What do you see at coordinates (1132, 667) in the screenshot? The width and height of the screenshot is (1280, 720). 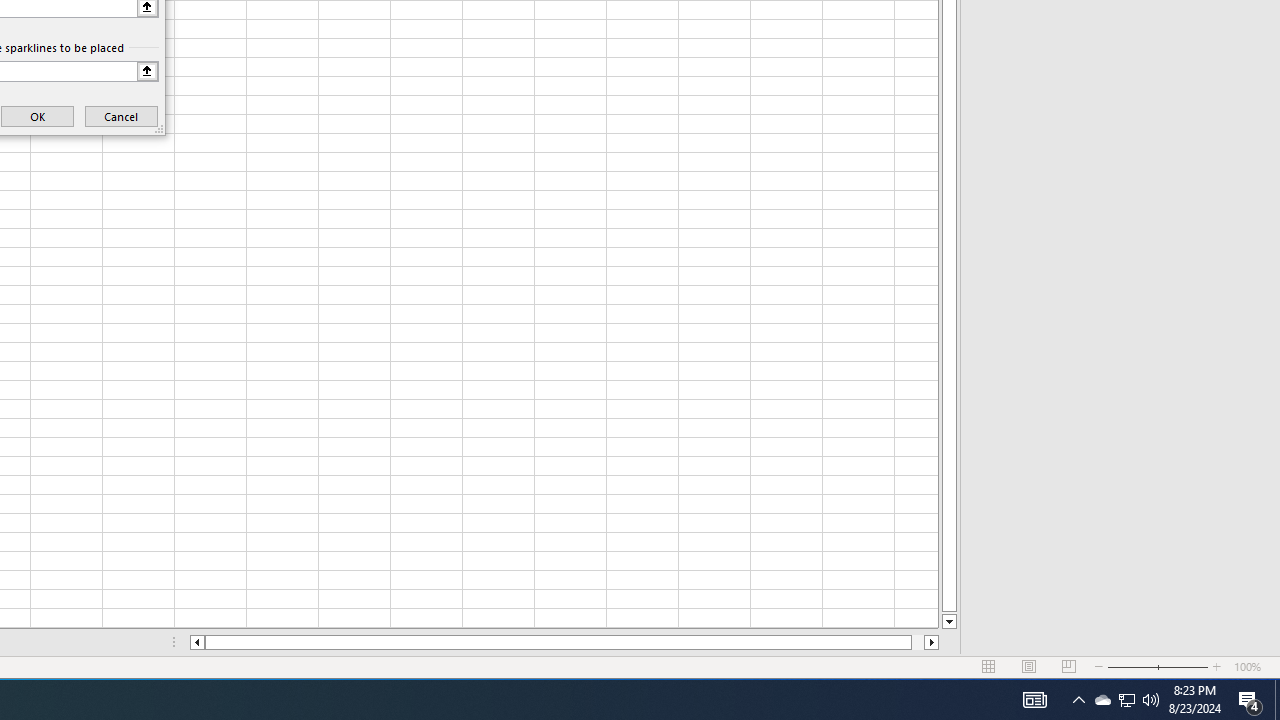 I see `'Zoom Out'` at bounding box center [1132, 667].